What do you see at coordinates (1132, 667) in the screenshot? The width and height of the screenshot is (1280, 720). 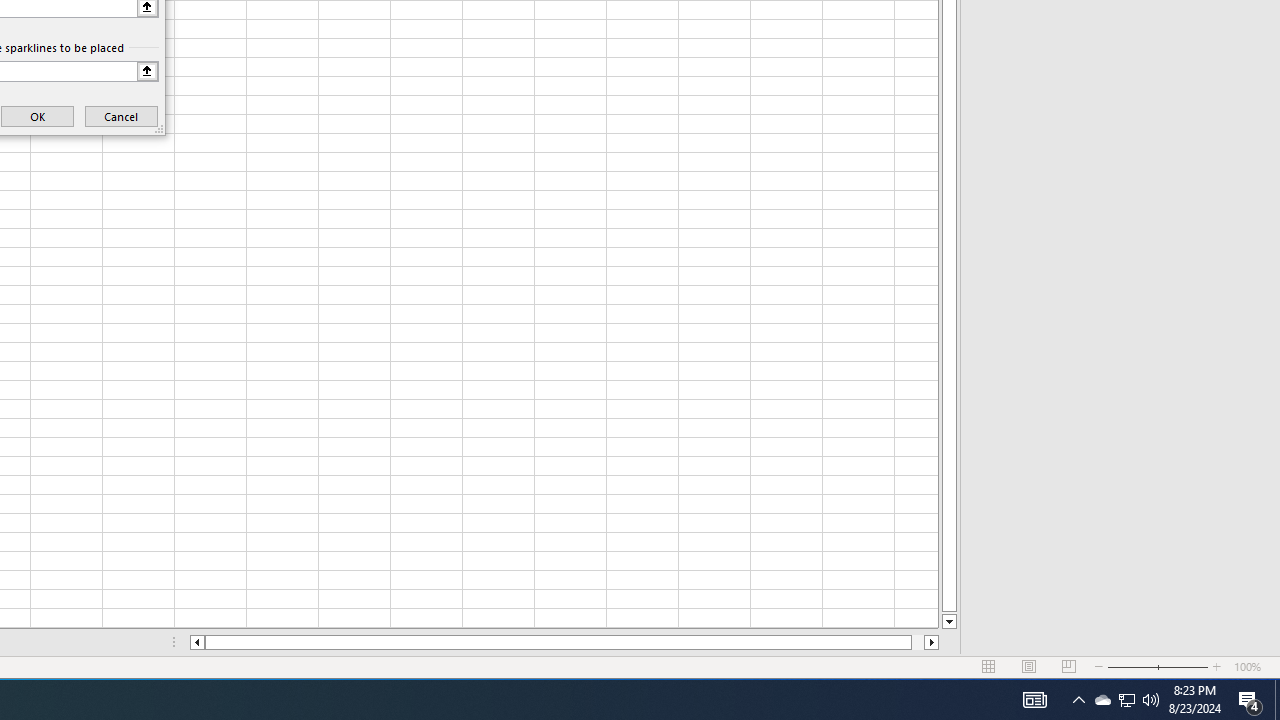 I see `'Zoom Out'` at bounding box center [1132, 667].